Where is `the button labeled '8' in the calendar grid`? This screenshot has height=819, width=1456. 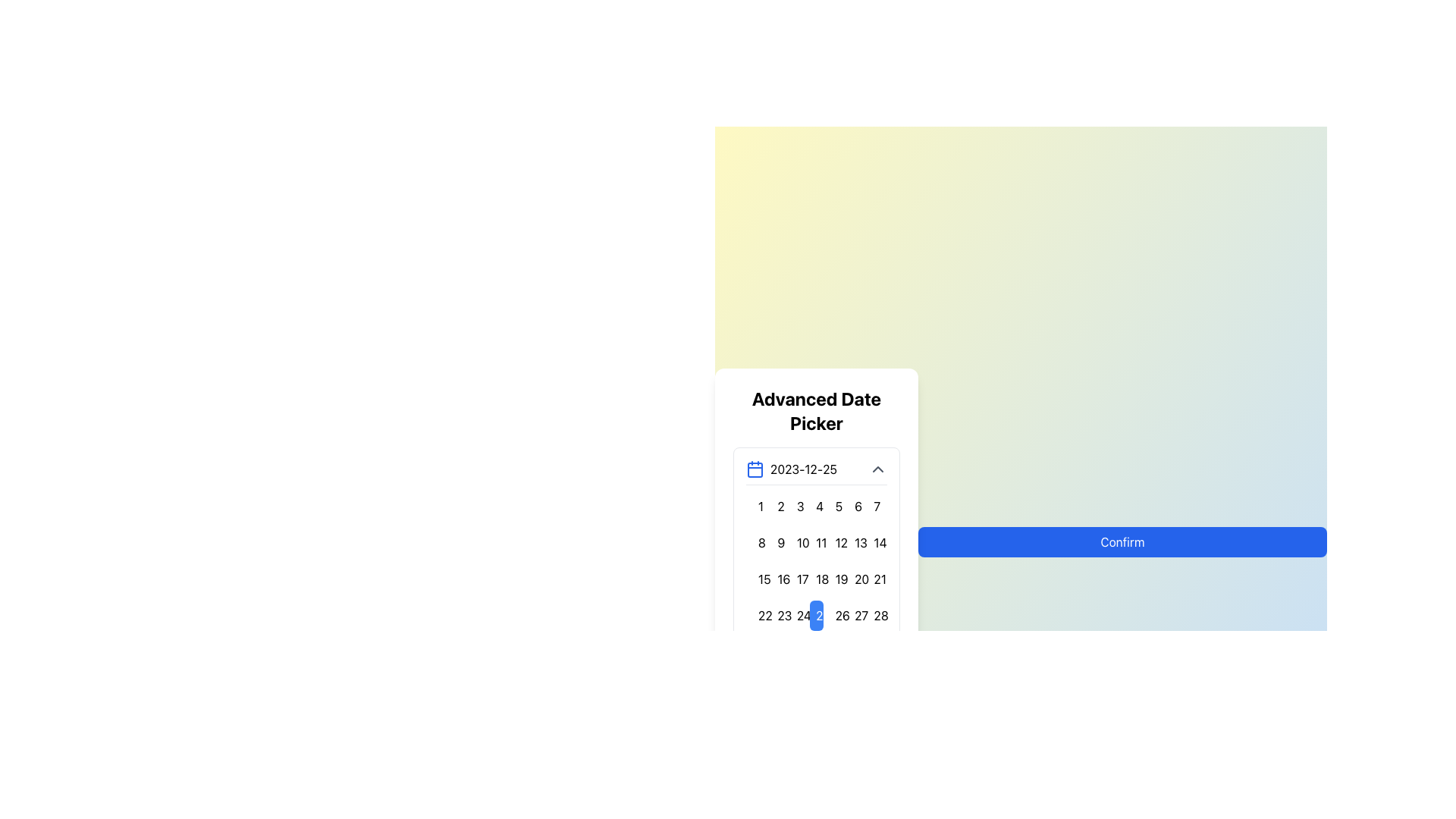
the button labeled '8' in the calendar grid is located at coordinates (758, 541).